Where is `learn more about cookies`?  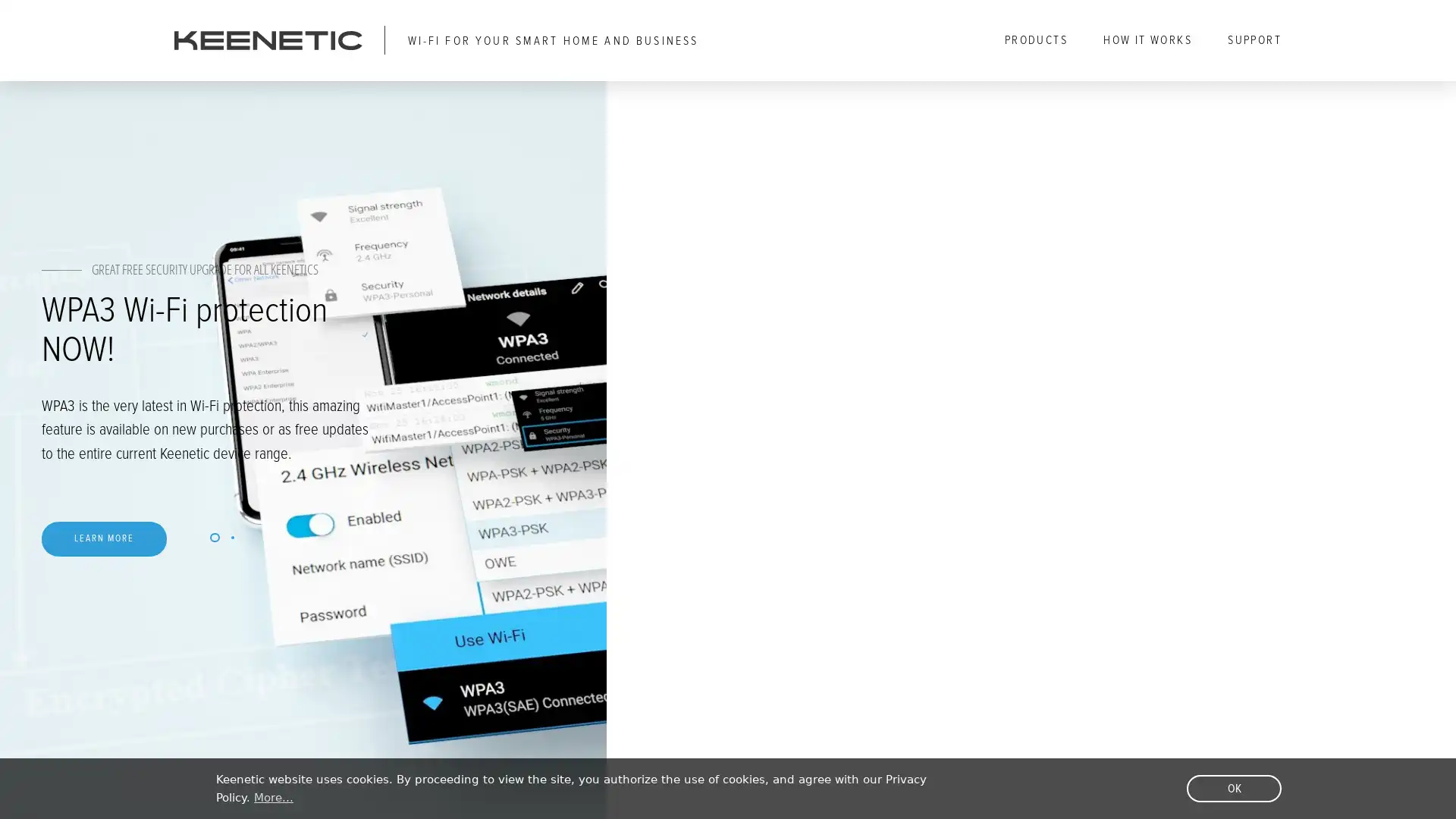
learn more about cookies is located at coordinates (273, 797).